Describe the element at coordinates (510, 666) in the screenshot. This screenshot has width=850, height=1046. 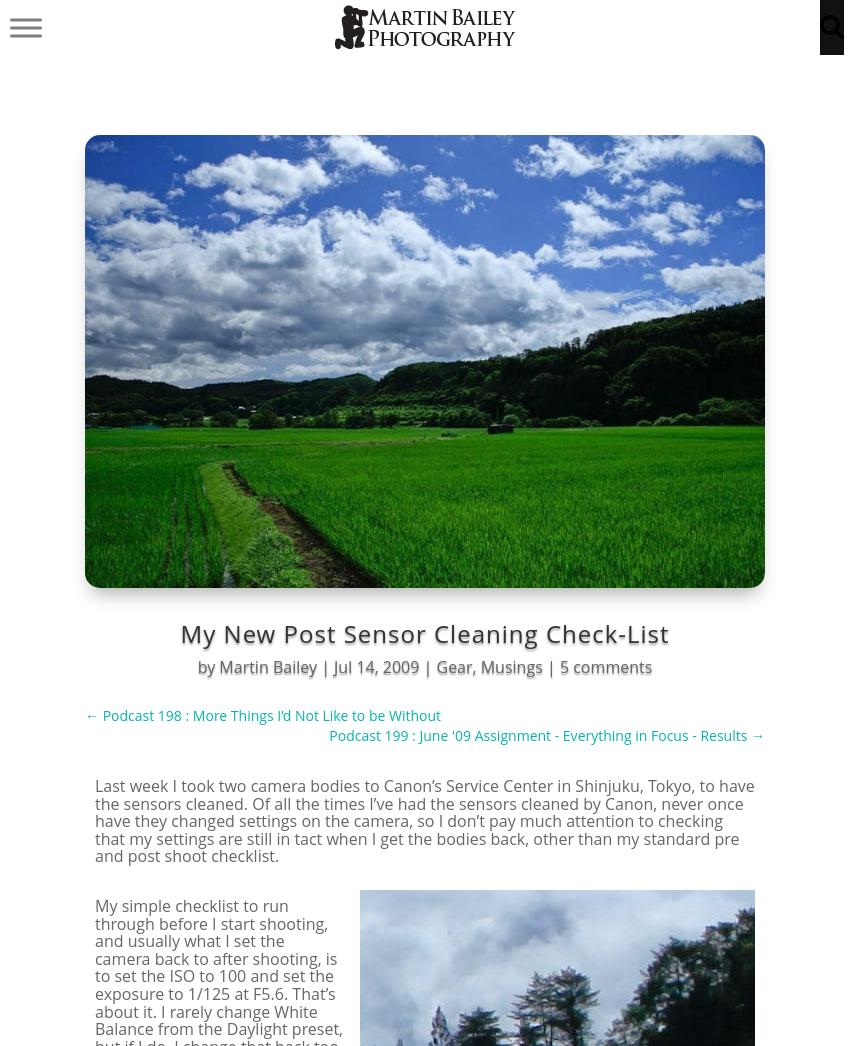
I see `'Musings'` at that location.